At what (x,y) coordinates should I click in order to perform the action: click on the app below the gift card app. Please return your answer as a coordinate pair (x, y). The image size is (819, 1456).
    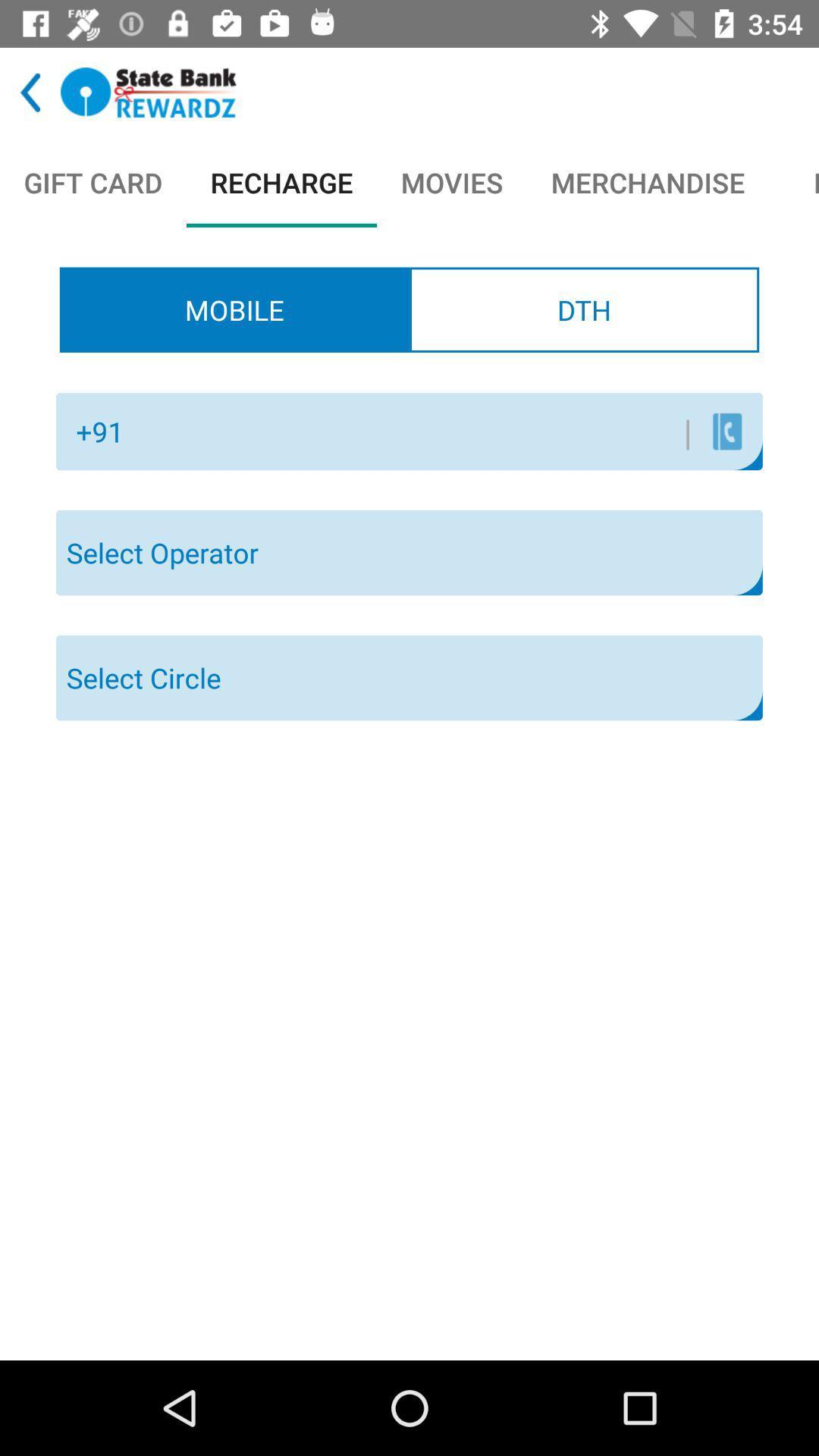
    Looking at the image, I should click on (234, 309).